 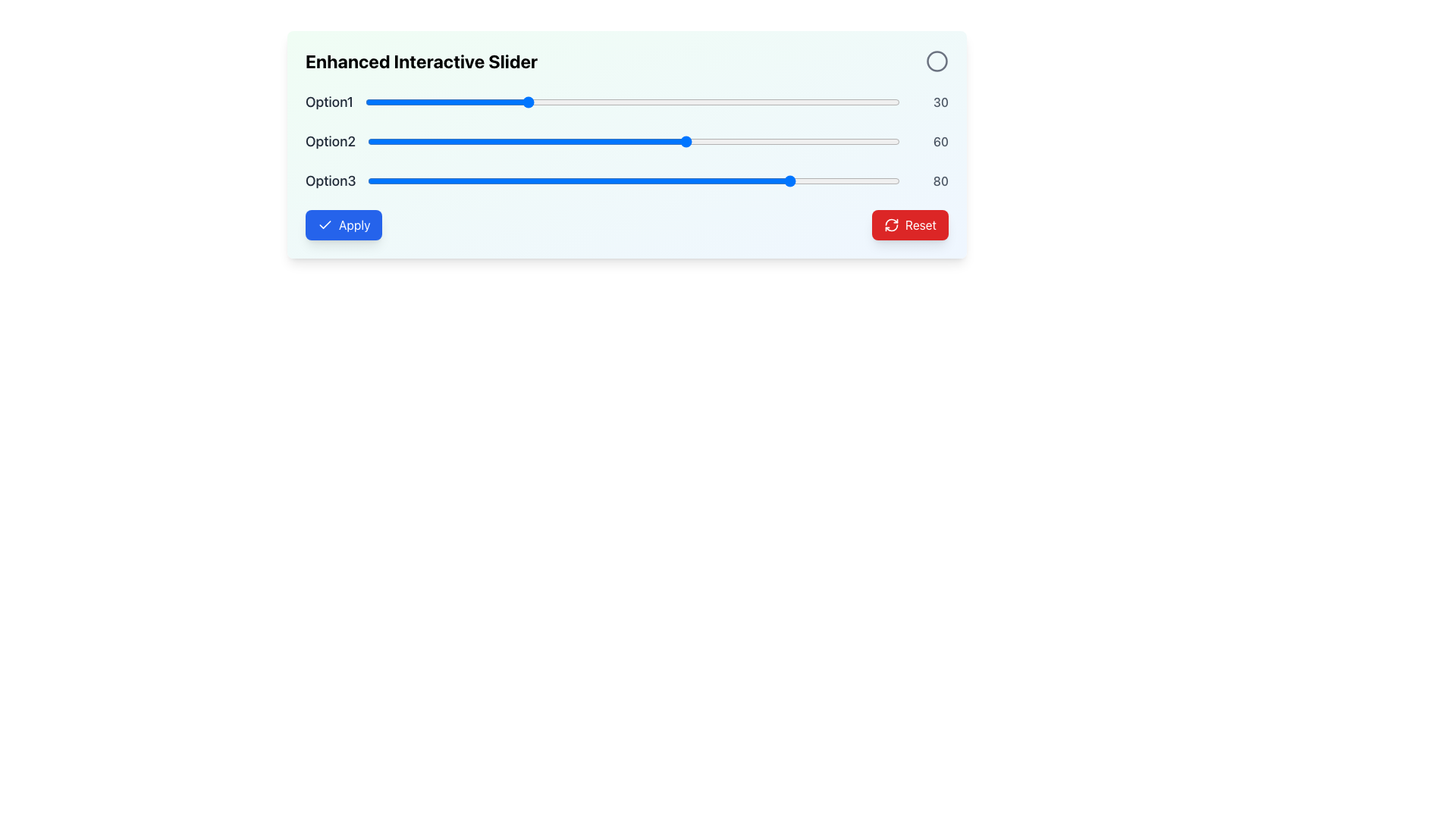 What do you see at coordinates (557, 102) in the screenshot?
I see `the value of the slider` at bounding box center [557, 102].